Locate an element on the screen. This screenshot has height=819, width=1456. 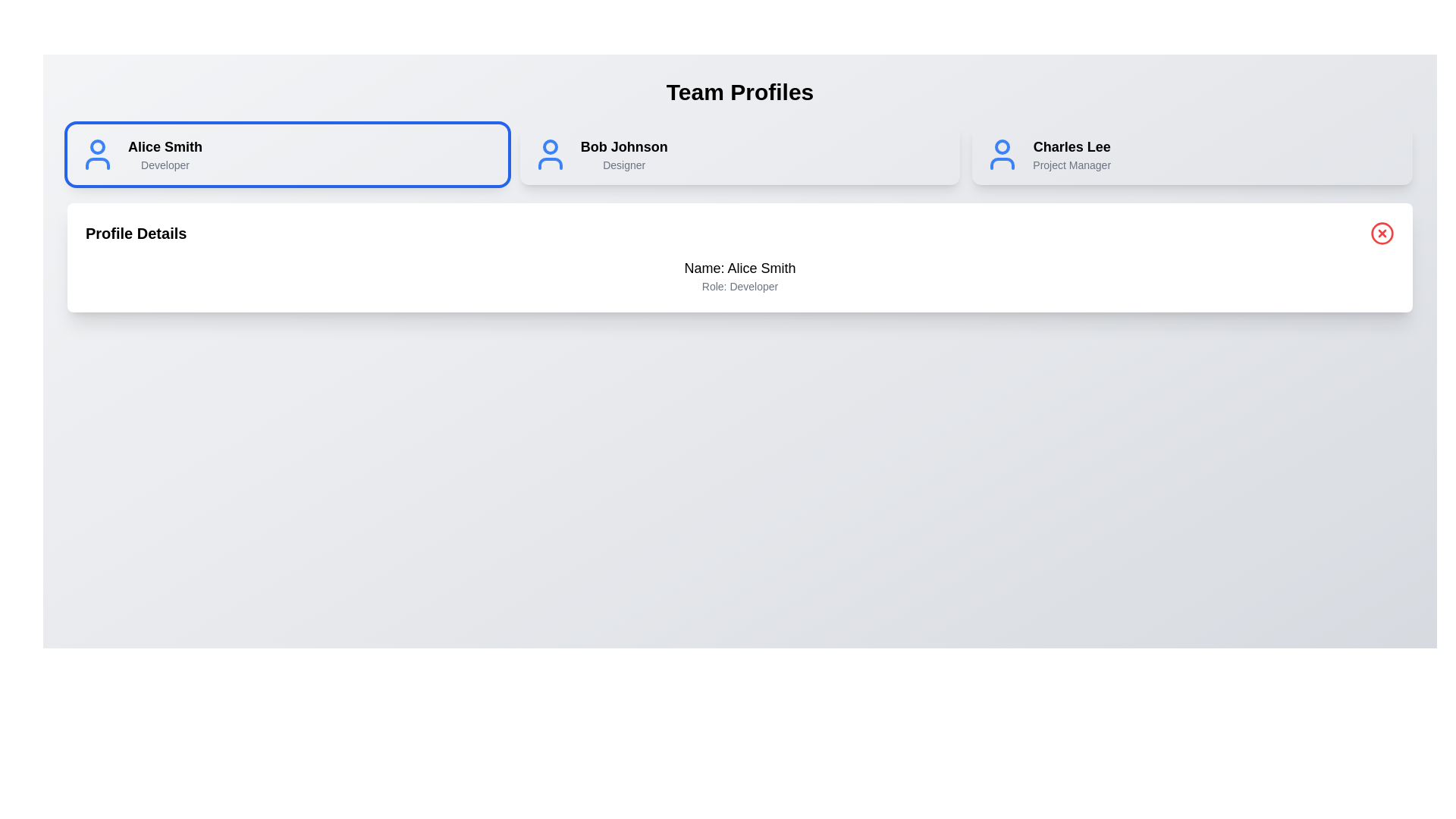
the gray text label displaying 'Project Manager', which is positioned directly below 'Charles Lee' in the 'Team Profiles' section is located at coordinates (1071, 165).